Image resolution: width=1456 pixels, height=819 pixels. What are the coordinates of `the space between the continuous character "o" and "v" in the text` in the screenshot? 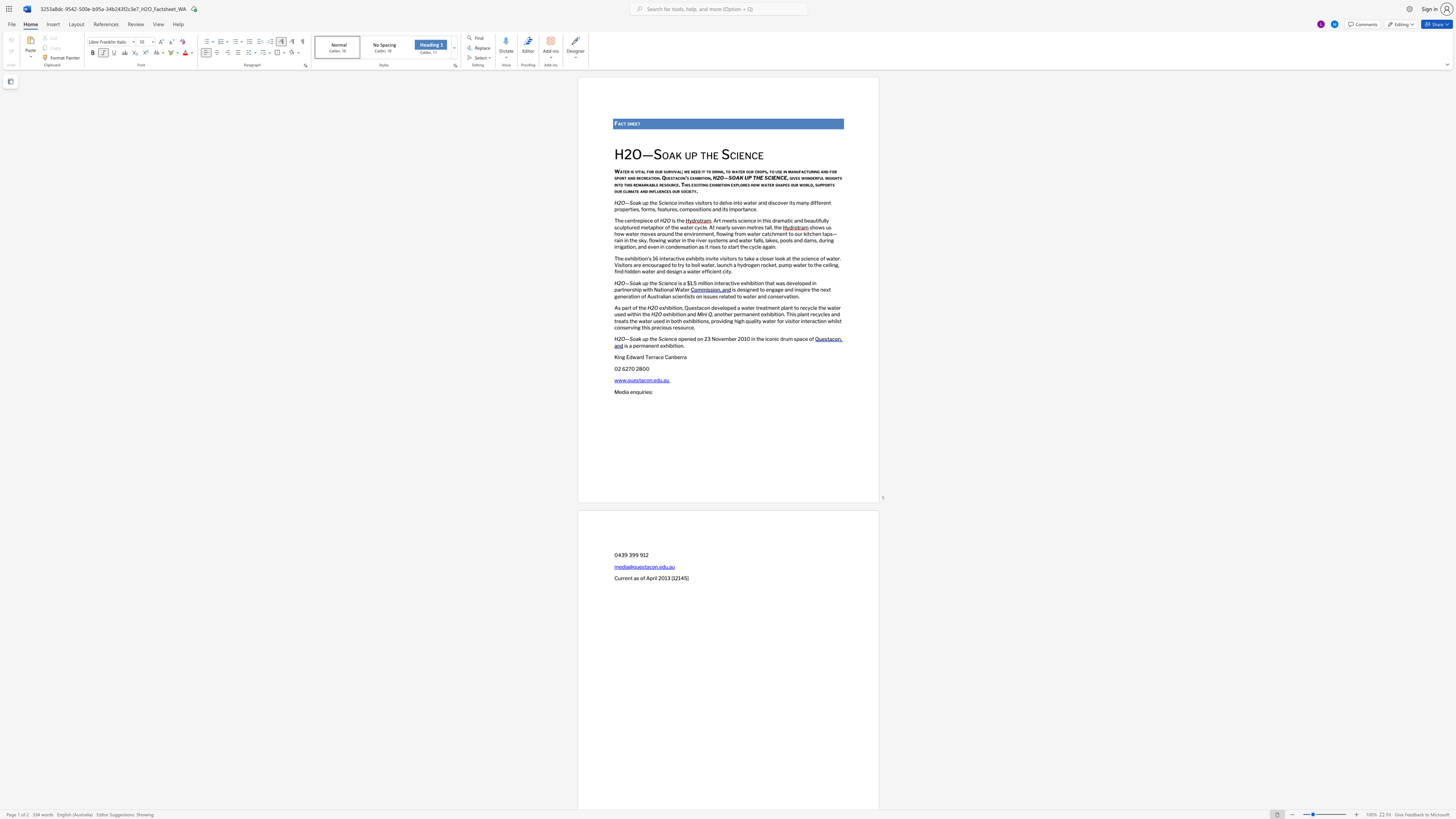 It's located at (718, 320).